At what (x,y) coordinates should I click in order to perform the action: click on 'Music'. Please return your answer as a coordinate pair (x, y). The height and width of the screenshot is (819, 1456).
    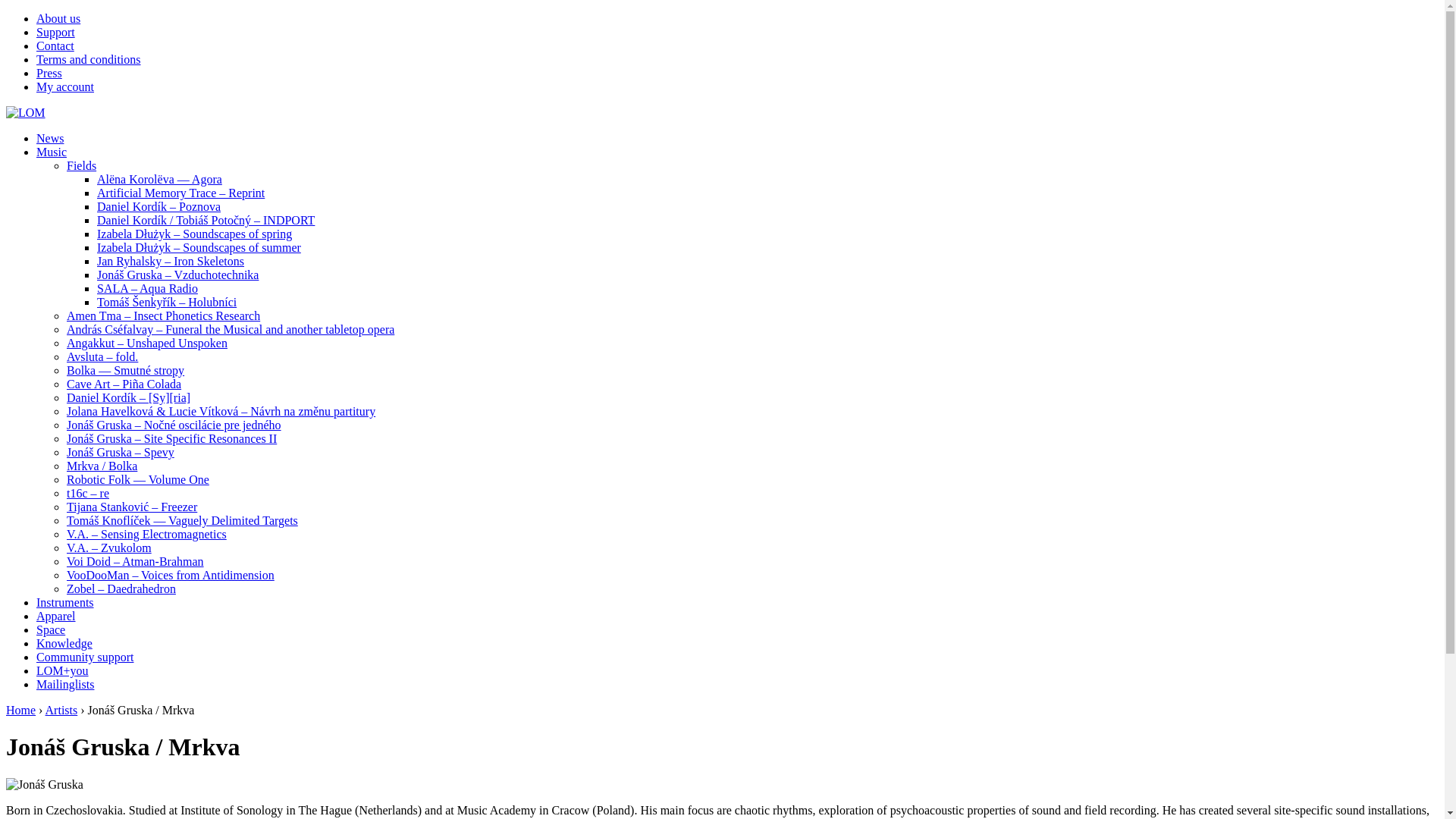
    Looking at the image, I should click on (51, 152).